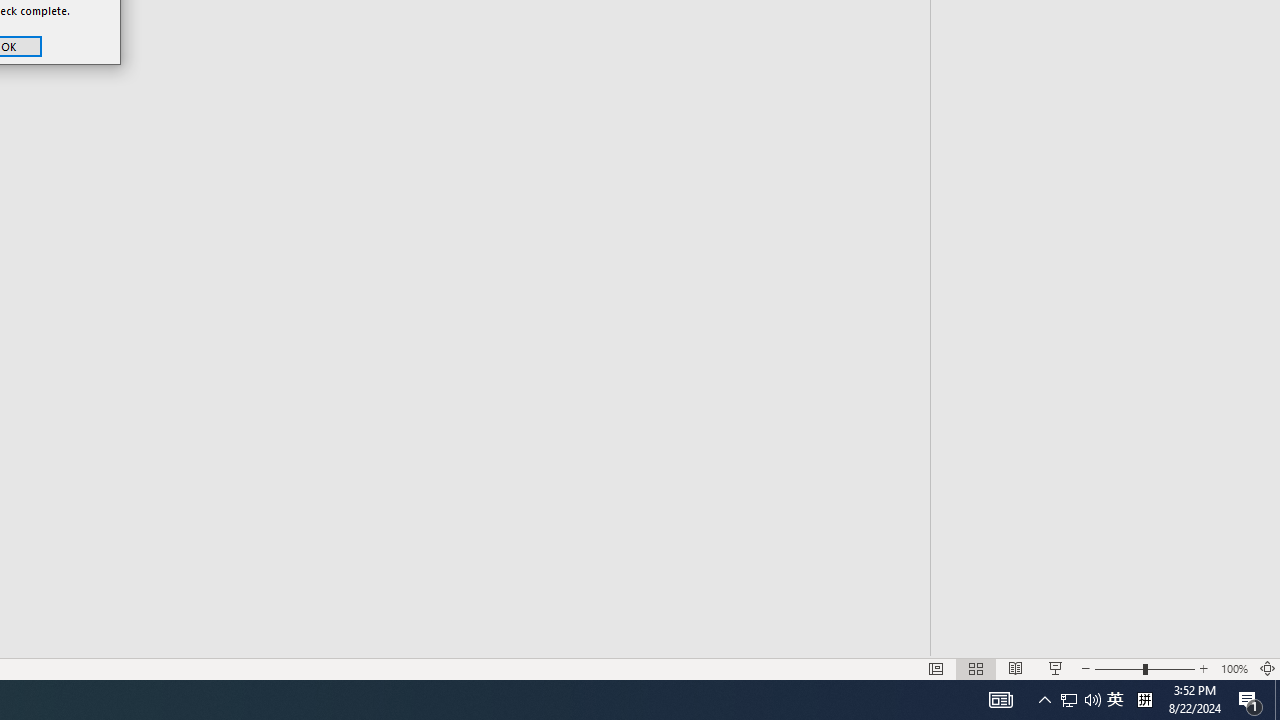 The image size is (1280, 720). What do you see at coordinates (1233, 669) in the screenshot?
I see `'Zoom 100%'` at bounding box center [1233, 669].